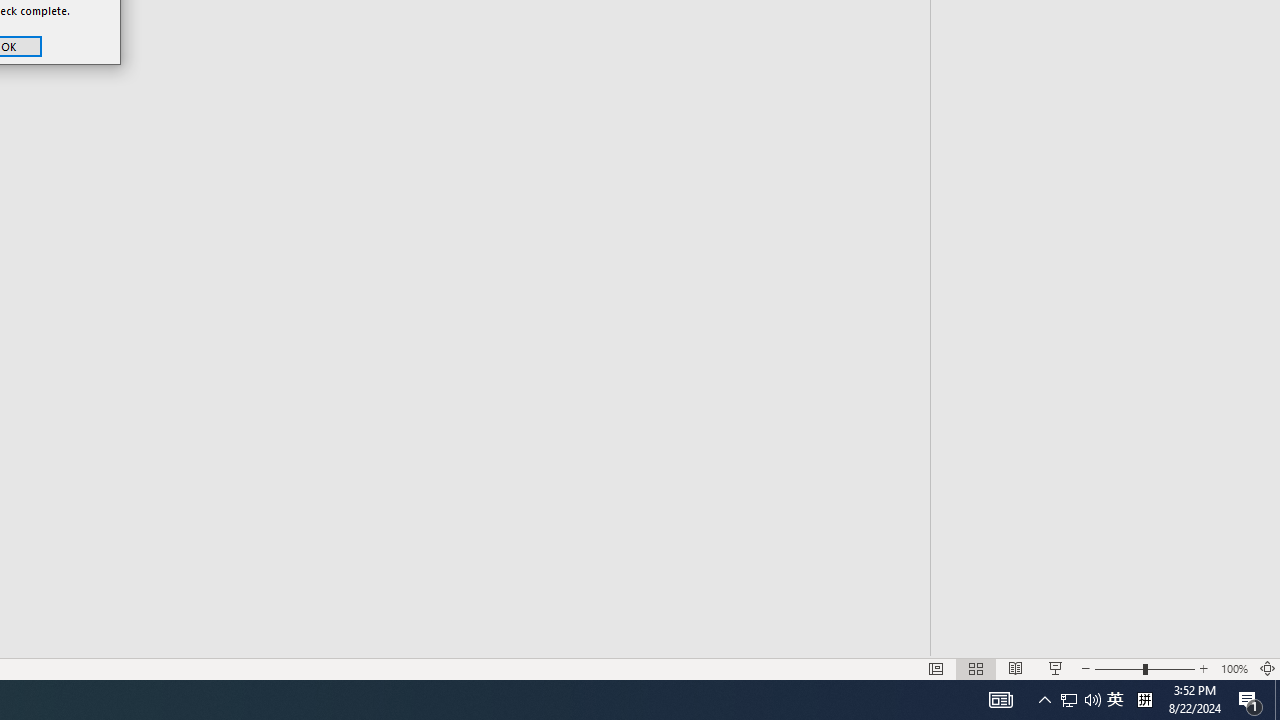 The image size is (1280, 720). What do you see at coordinates (1233, 669) in the screenshot?
I see `'Zoom 100%'` at bounding box center [1233, 669].